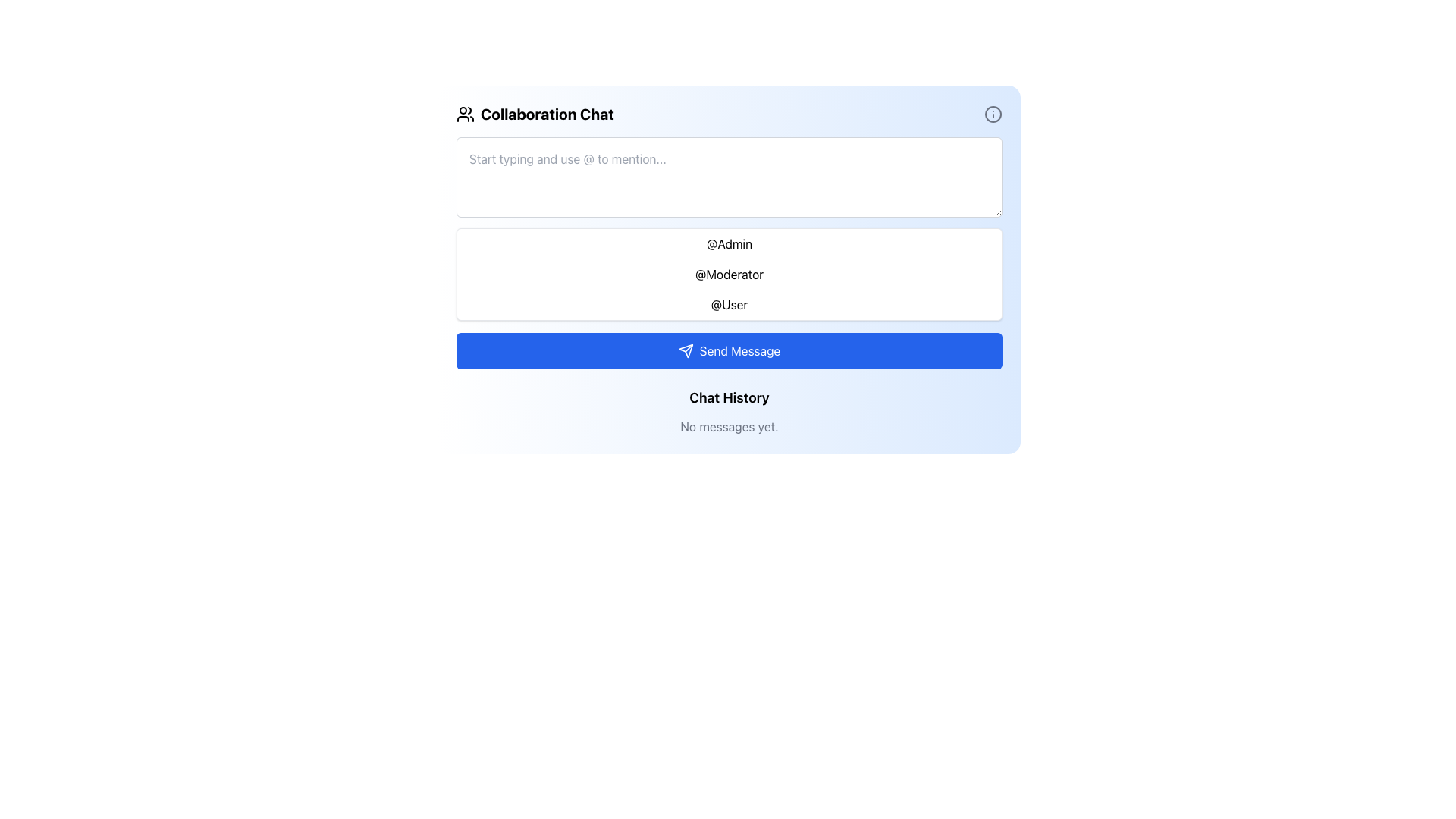 This screenshot has width=1456, height=819. I want to click on the send icon, which is a triangular design resembling a paper airplane, located inside the blue 'Send Message' button near the bottom center of the interface, so click(685, 350).